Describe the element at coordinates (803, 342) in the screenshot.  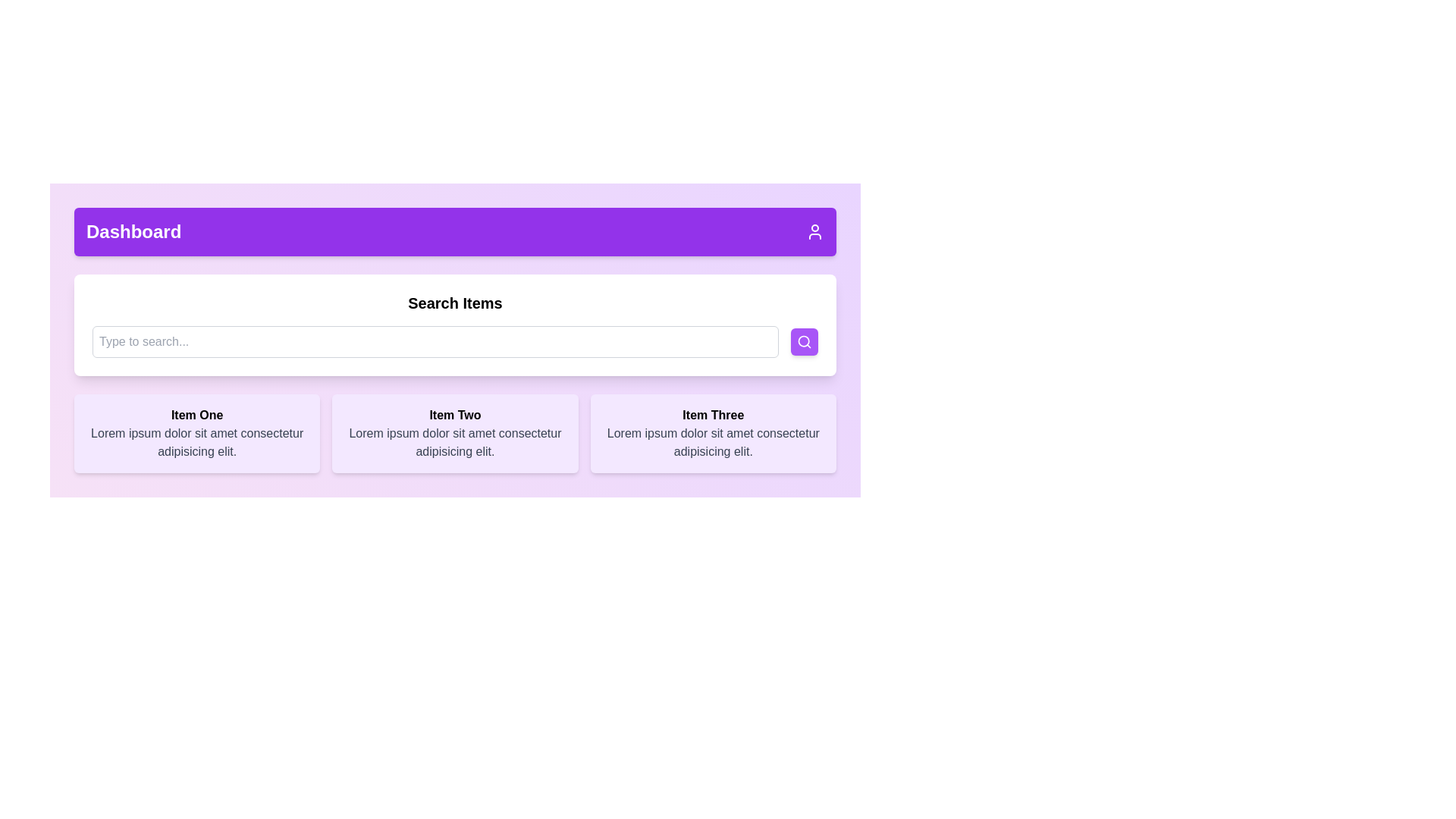
I see `the search icon located at the far-right side of the purple button` at that location.